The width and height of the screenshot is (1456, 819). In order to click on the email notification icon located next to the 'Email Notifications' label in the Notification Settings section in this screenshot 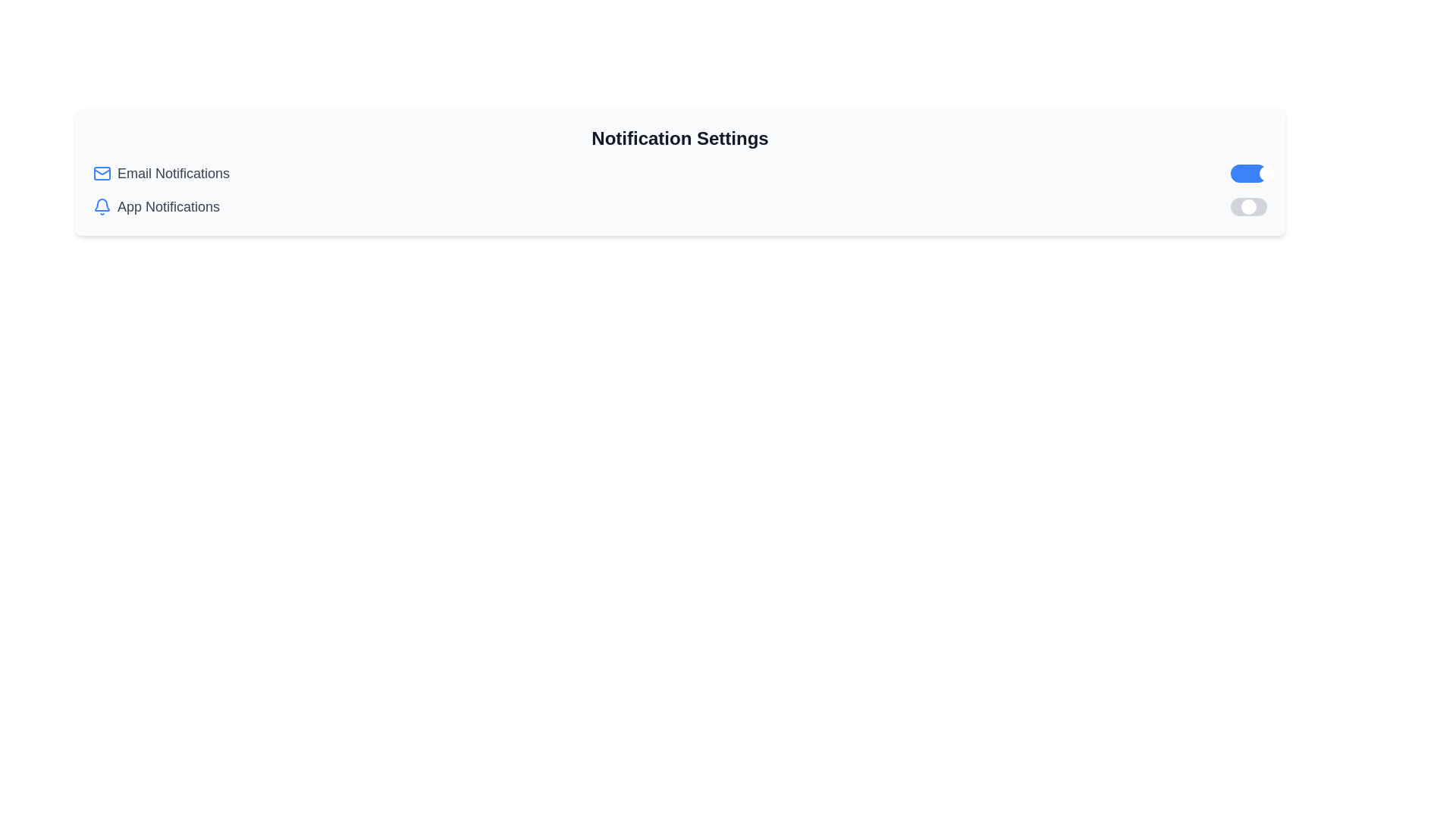, I will do `click(101, 172)`.